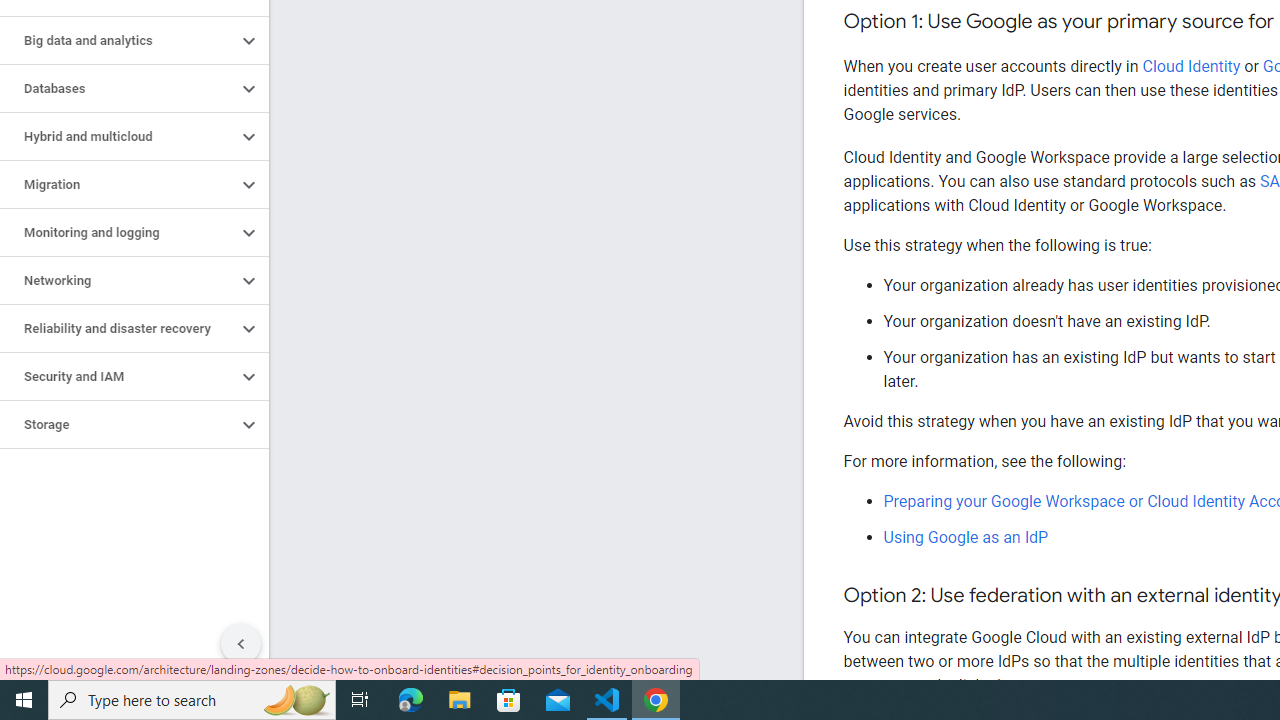 The image size is (1280, 720). Describe the element at coordinates (117, 328) in the screenshot. I see `'Reliability and disaster recovery'` at that location.